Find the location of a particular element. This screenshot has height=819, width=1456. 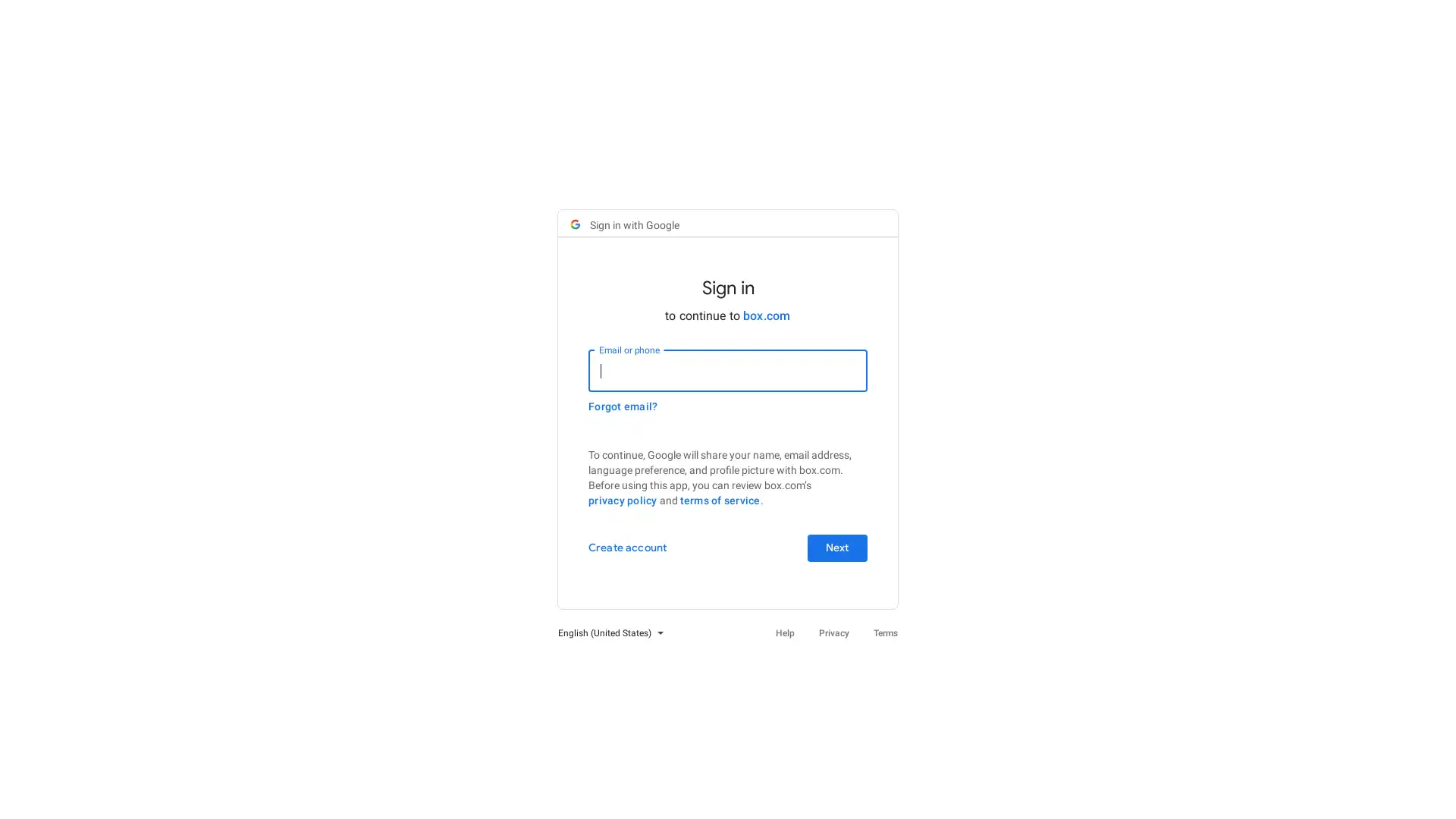

box.com is located at coordinates (766, 315).